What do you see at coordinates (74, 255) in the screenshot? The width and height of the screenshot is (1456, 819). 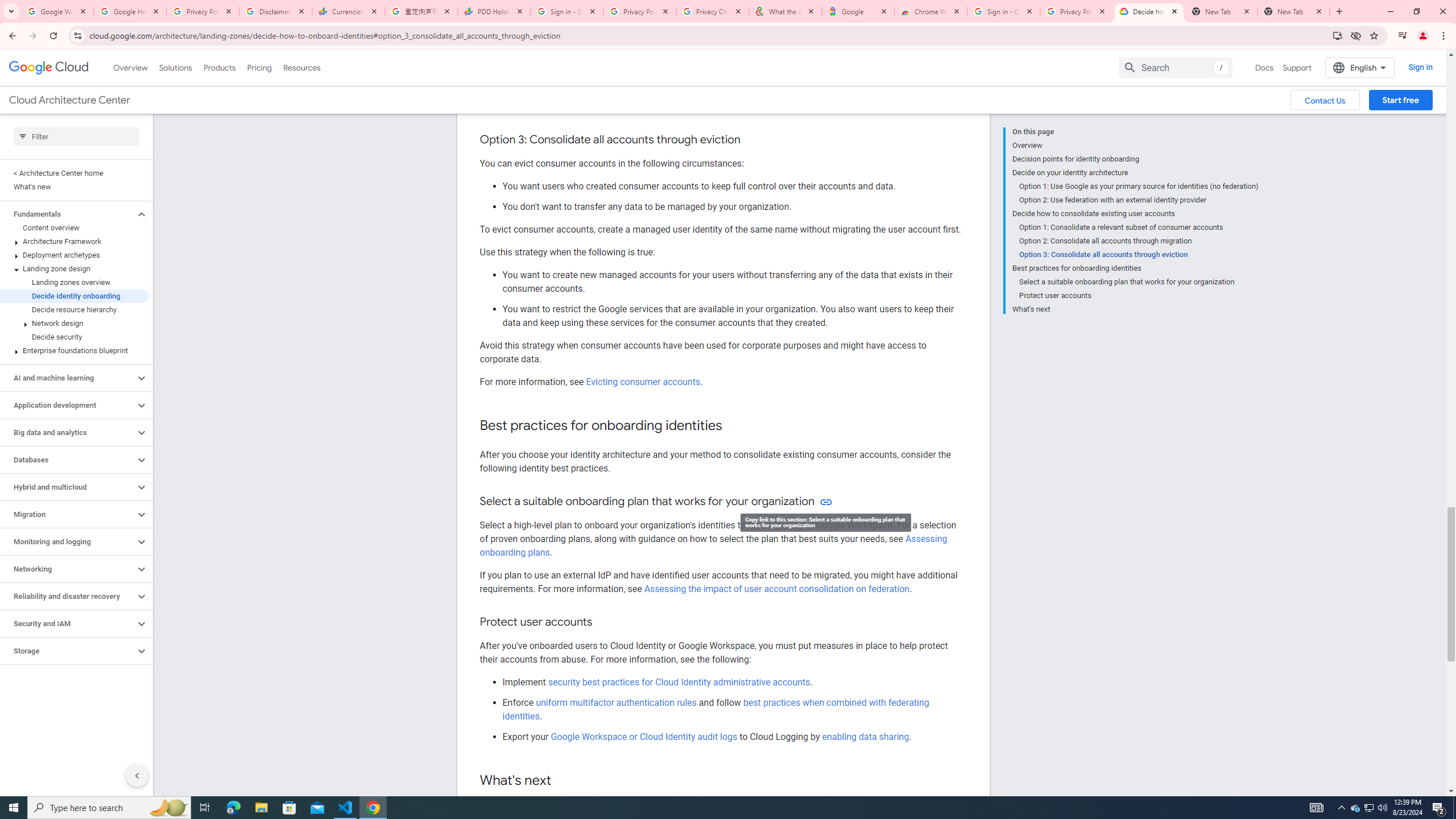 I see `'Deployment archetypes'` at bounding box center [74, 255].